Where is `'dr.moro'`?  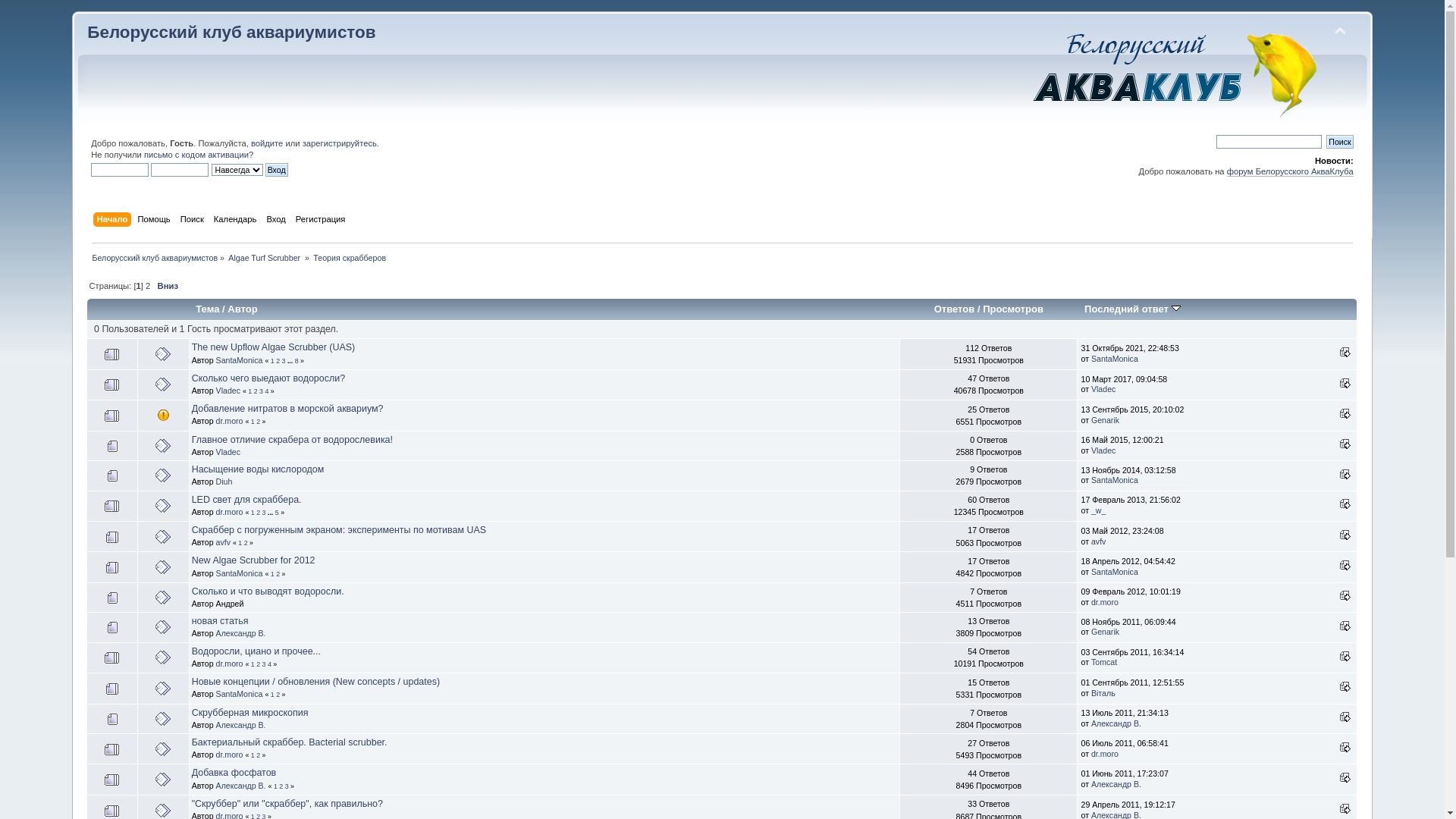 'dr.moro' is located at coordinates (228, 421).